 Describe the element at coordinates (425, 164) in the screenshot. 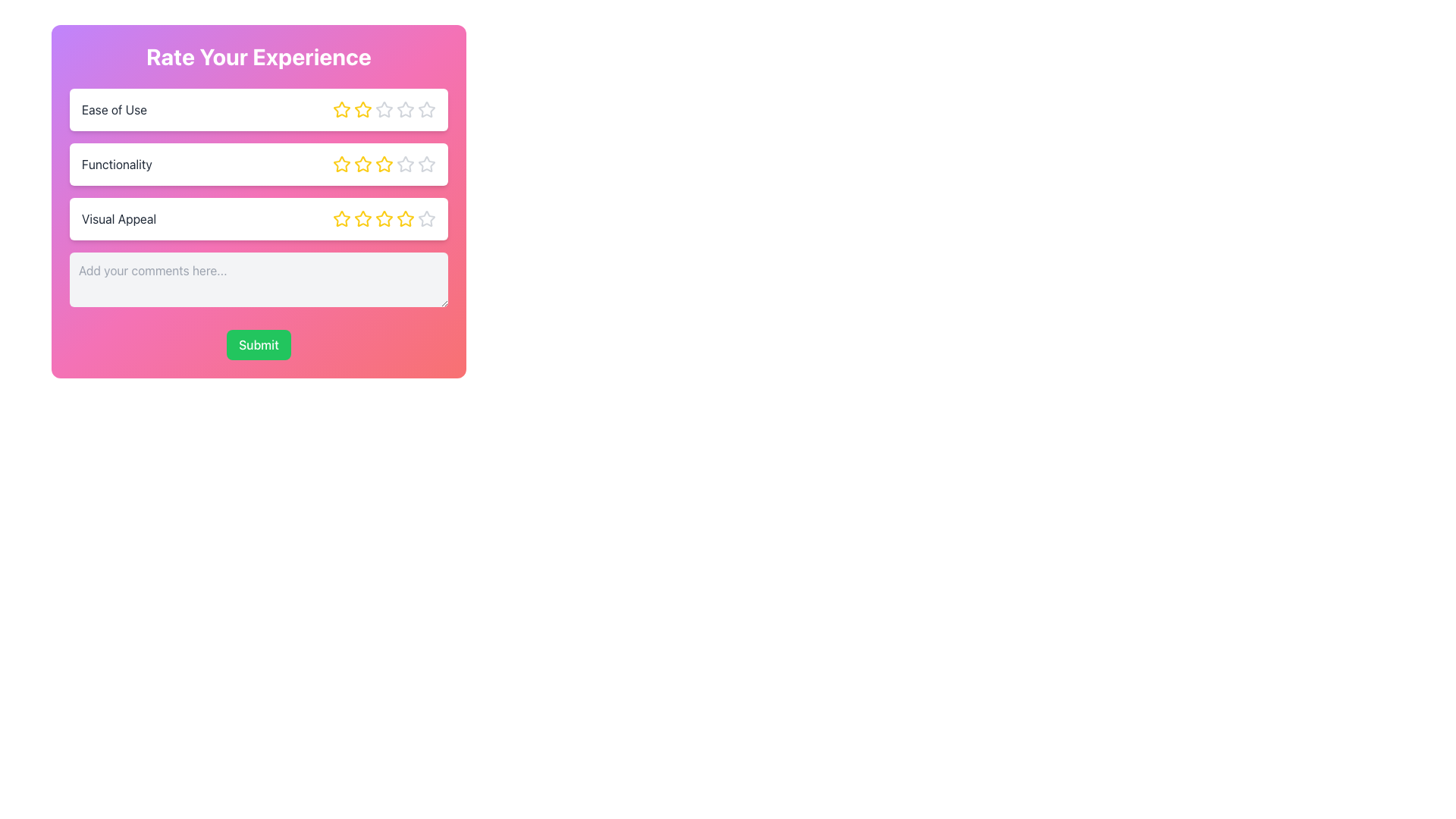

I see `the fifth star icon in the rating section` at that location.